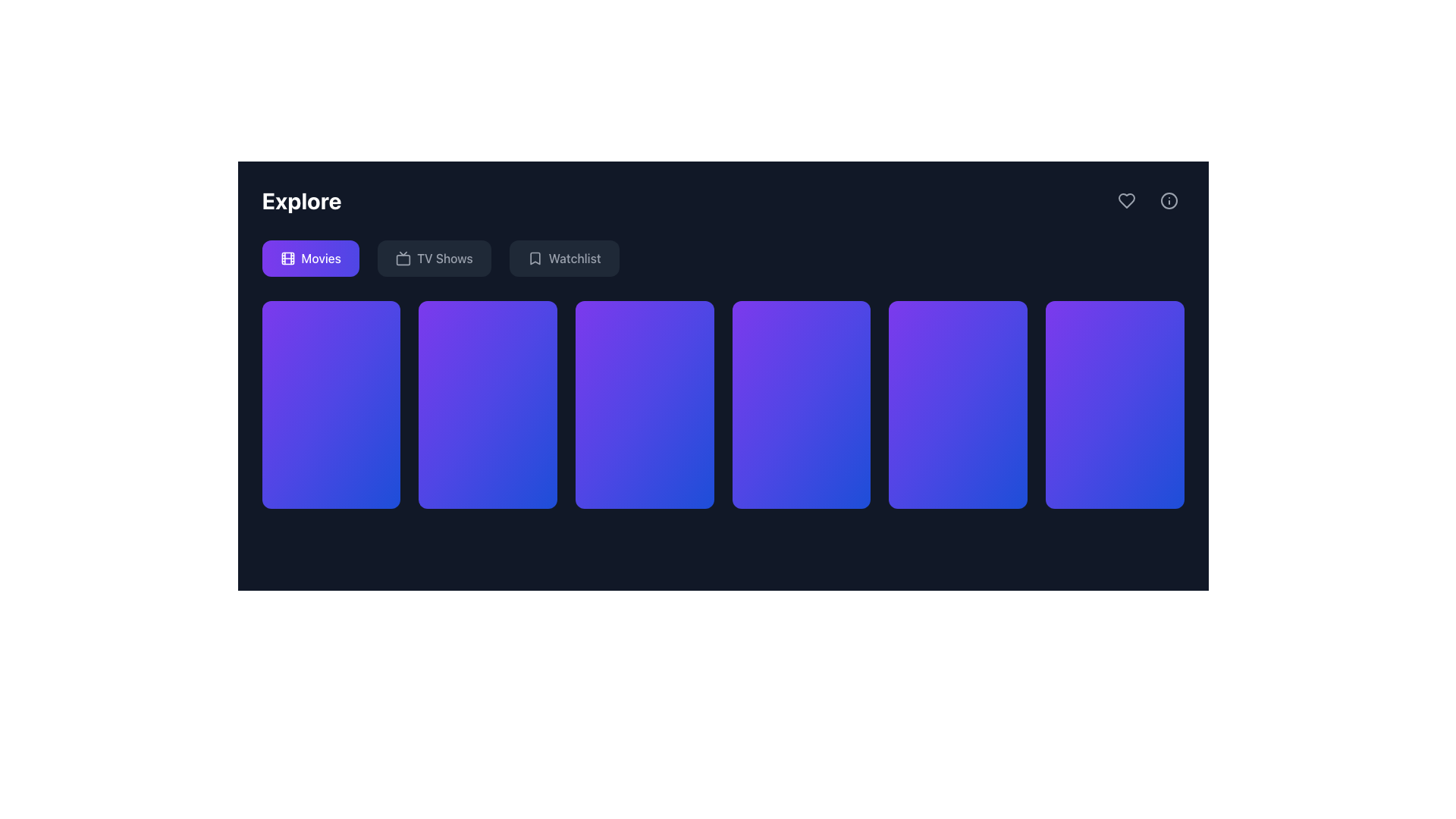 Image resolution: width=1456 pixels, height=819 pixels. What do you see at coordinates (302, 200) in the screenshot?
I see `the bold, large-sized white text label reading 'Explore', which is prominently positioned in the upper-left section of the interface` at bounding box center [302, 200].